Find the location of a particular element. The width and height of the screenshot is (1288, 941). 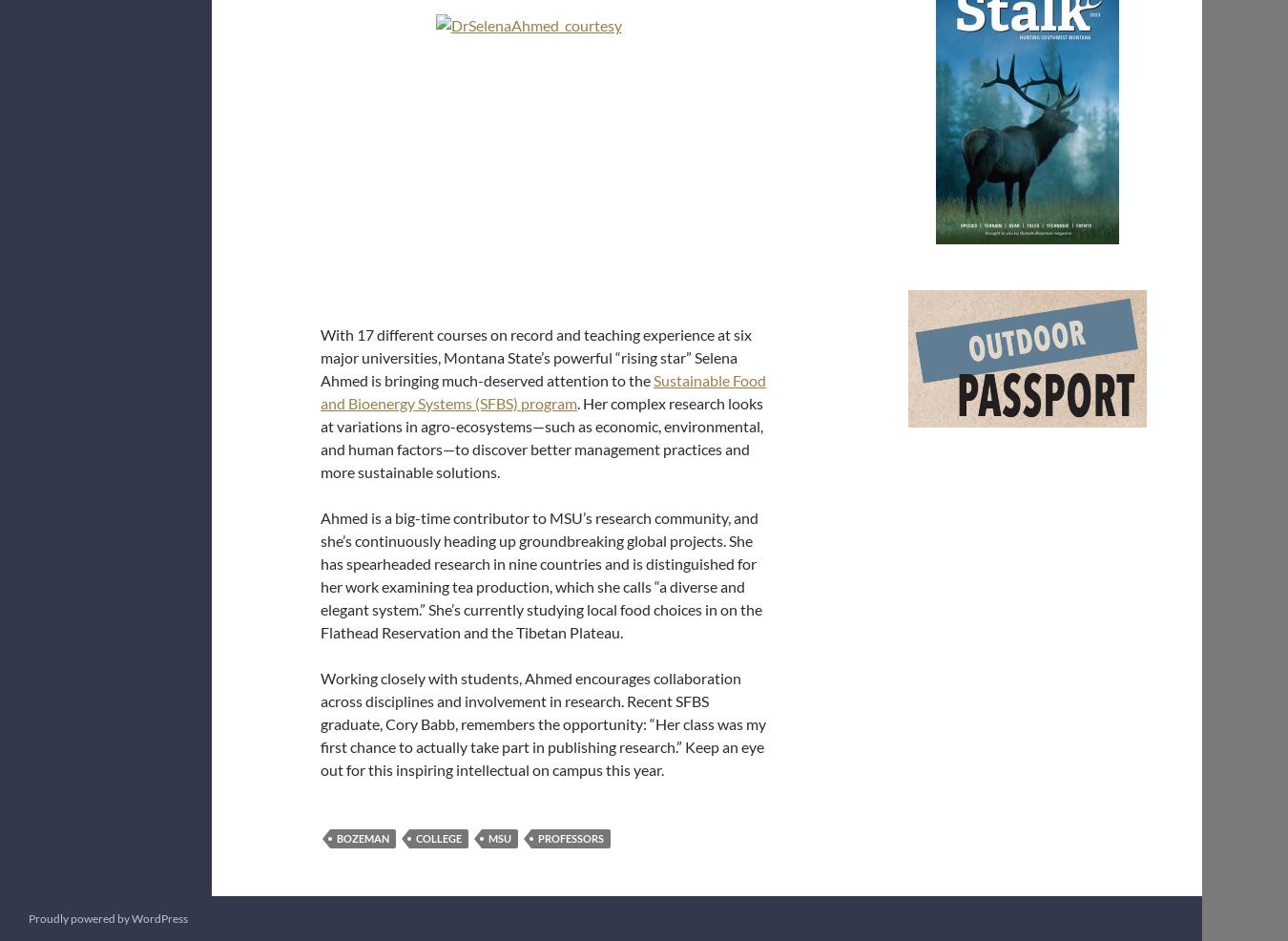

'college' is located at coordinates (416, 837).